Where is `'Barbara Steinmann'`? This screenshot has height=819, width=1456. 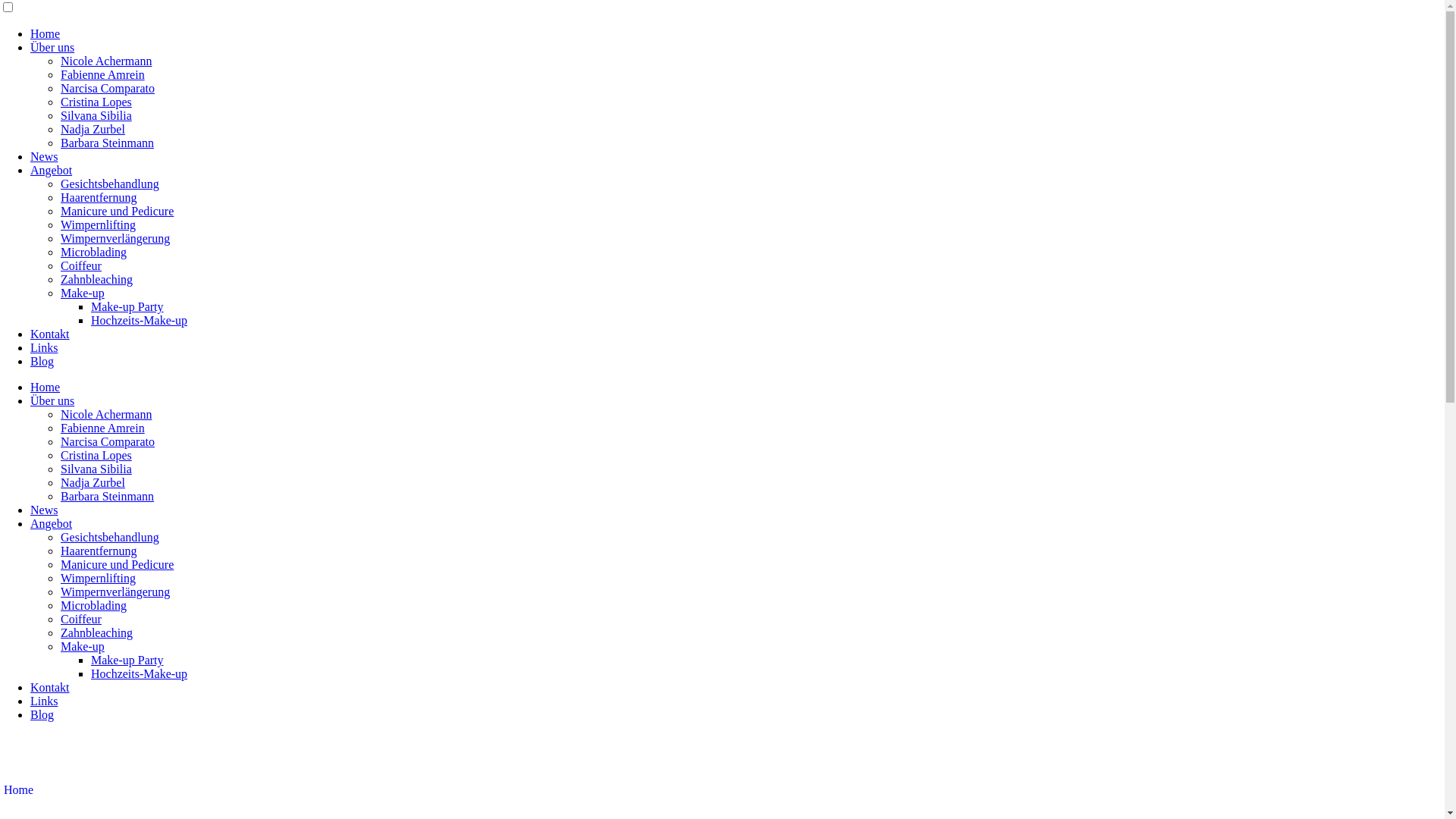 'Barbara Steinmann' is located at coordinates (61, 143).